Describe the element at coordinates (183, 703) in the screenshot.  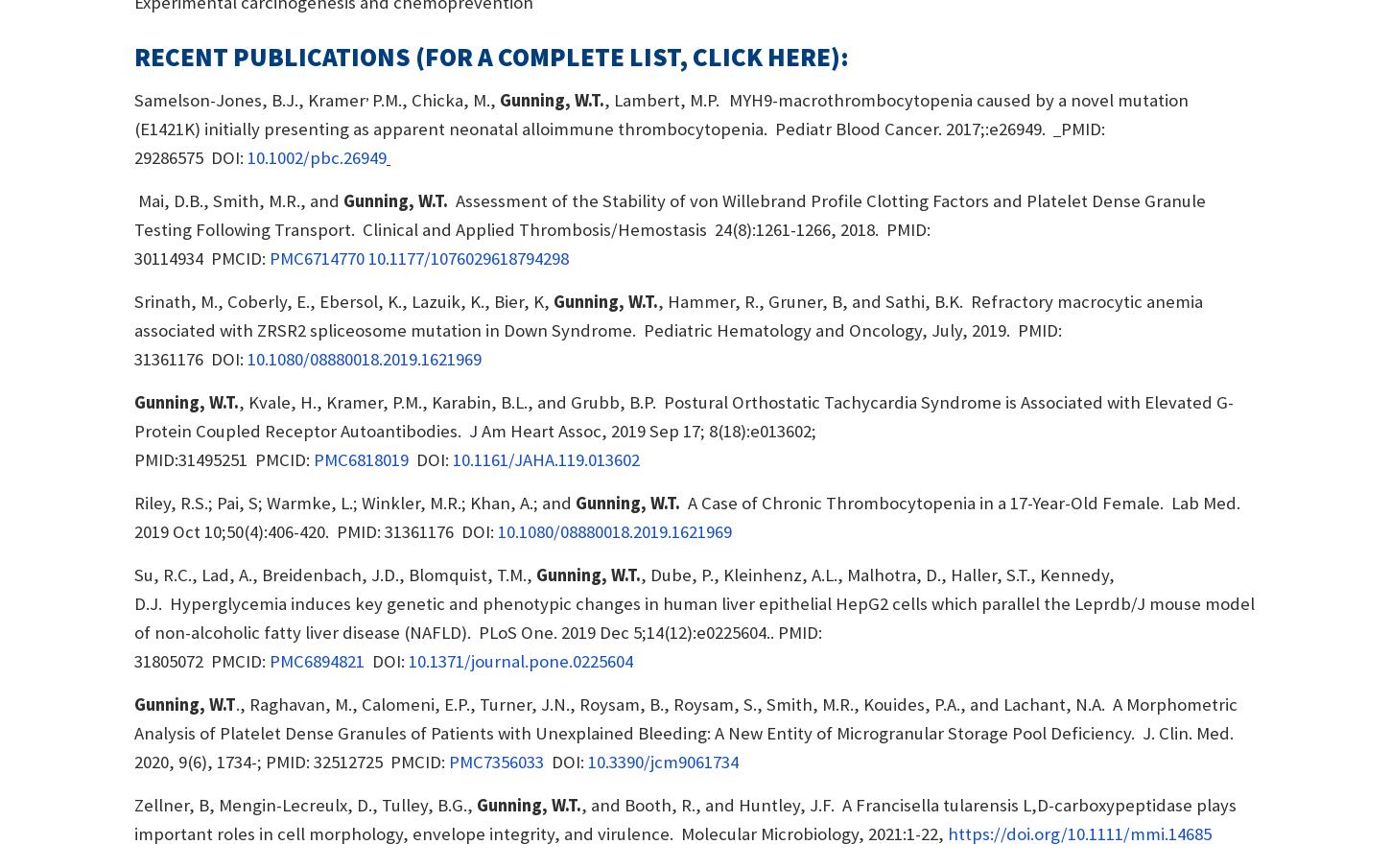
I see `'Gunning, W.T'` at that location.